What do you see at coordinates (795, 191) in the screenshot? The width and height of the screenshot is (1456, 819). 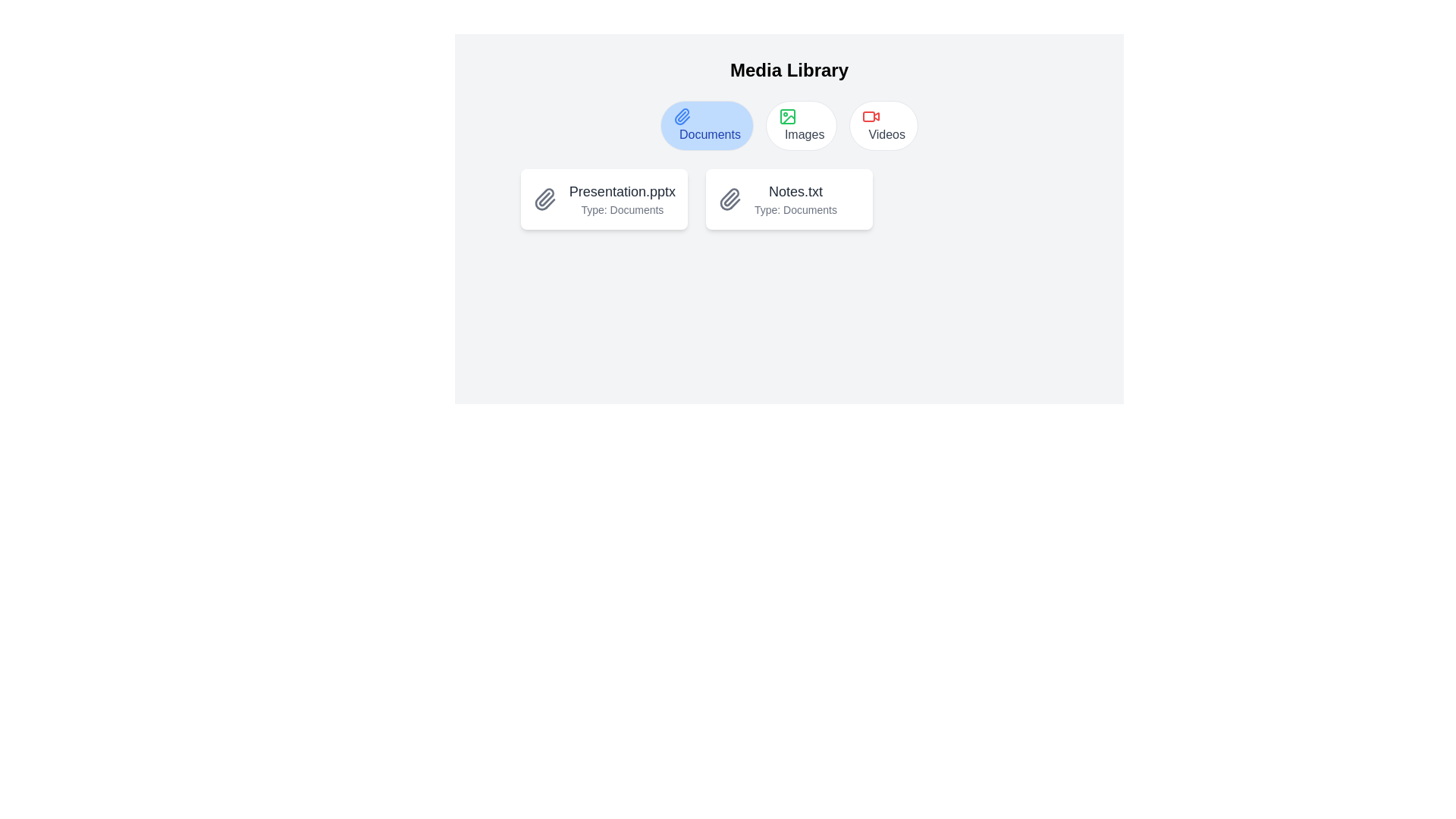 I see `the text label displaying 'Notes.txt' in a large and bold font style, located at the top portion of a card component` at bounding box center [795, 191].